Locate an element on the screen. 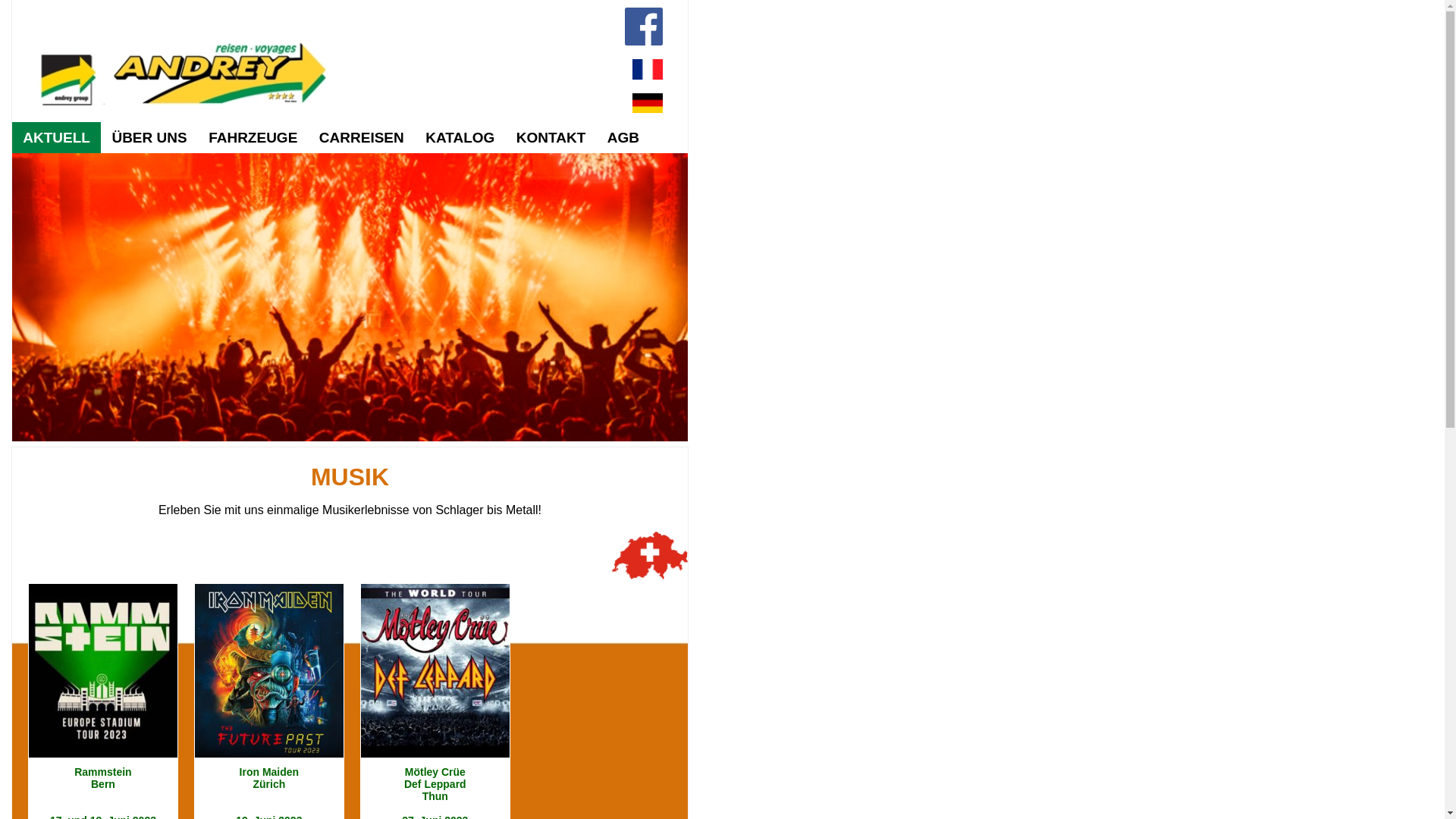 Image resolution: width=1456 pixels, height=819 pixels. 'AKTUELL' is located at coordinates (56, 137).